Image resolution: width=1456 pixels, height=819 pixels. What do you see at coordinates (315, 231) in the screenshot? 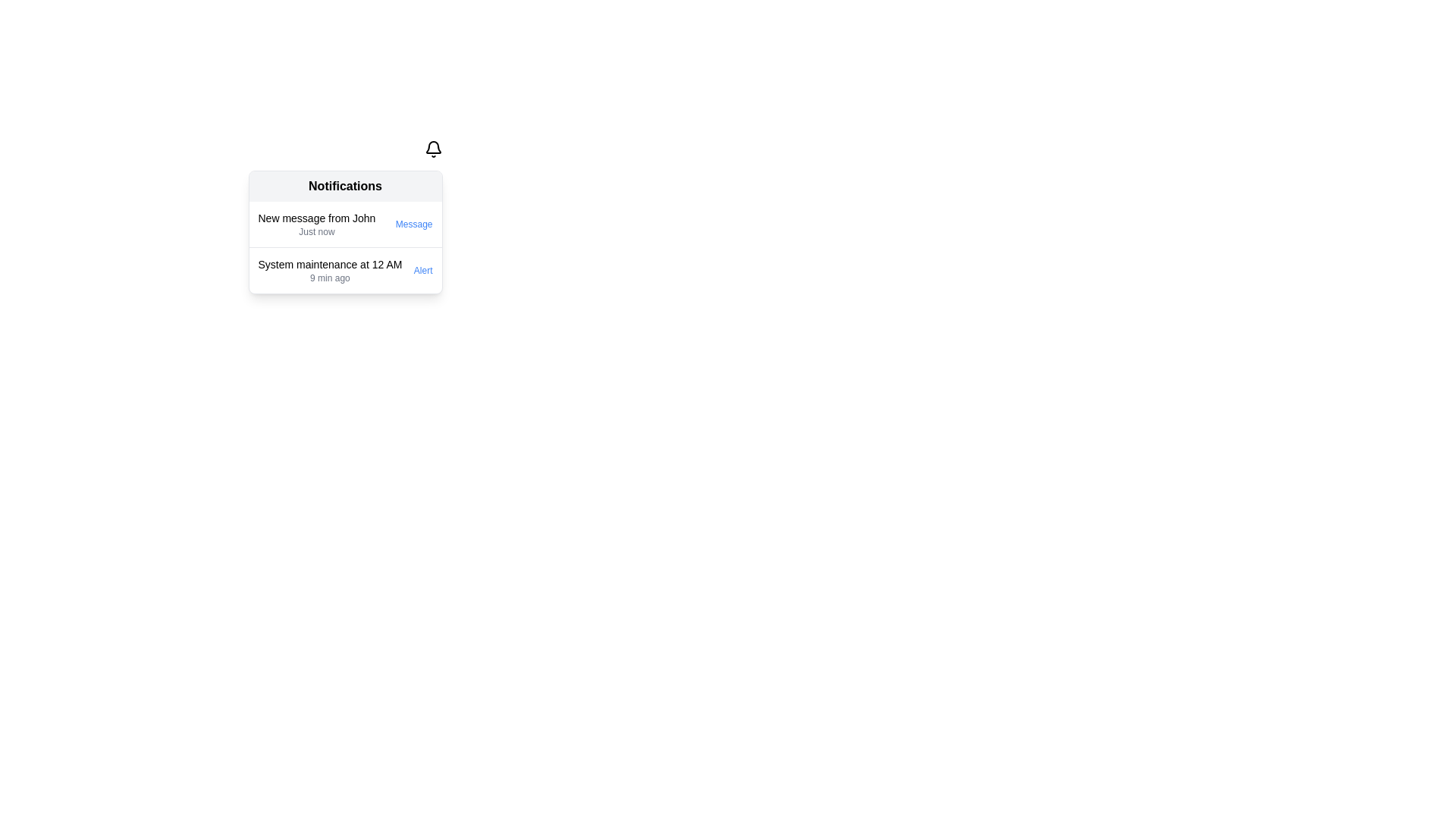
I see `the timestamp label indicating 'Just now', which is located under the first message item 'New message from John' in the notifications dropdown` at bounding box center [315, 231].